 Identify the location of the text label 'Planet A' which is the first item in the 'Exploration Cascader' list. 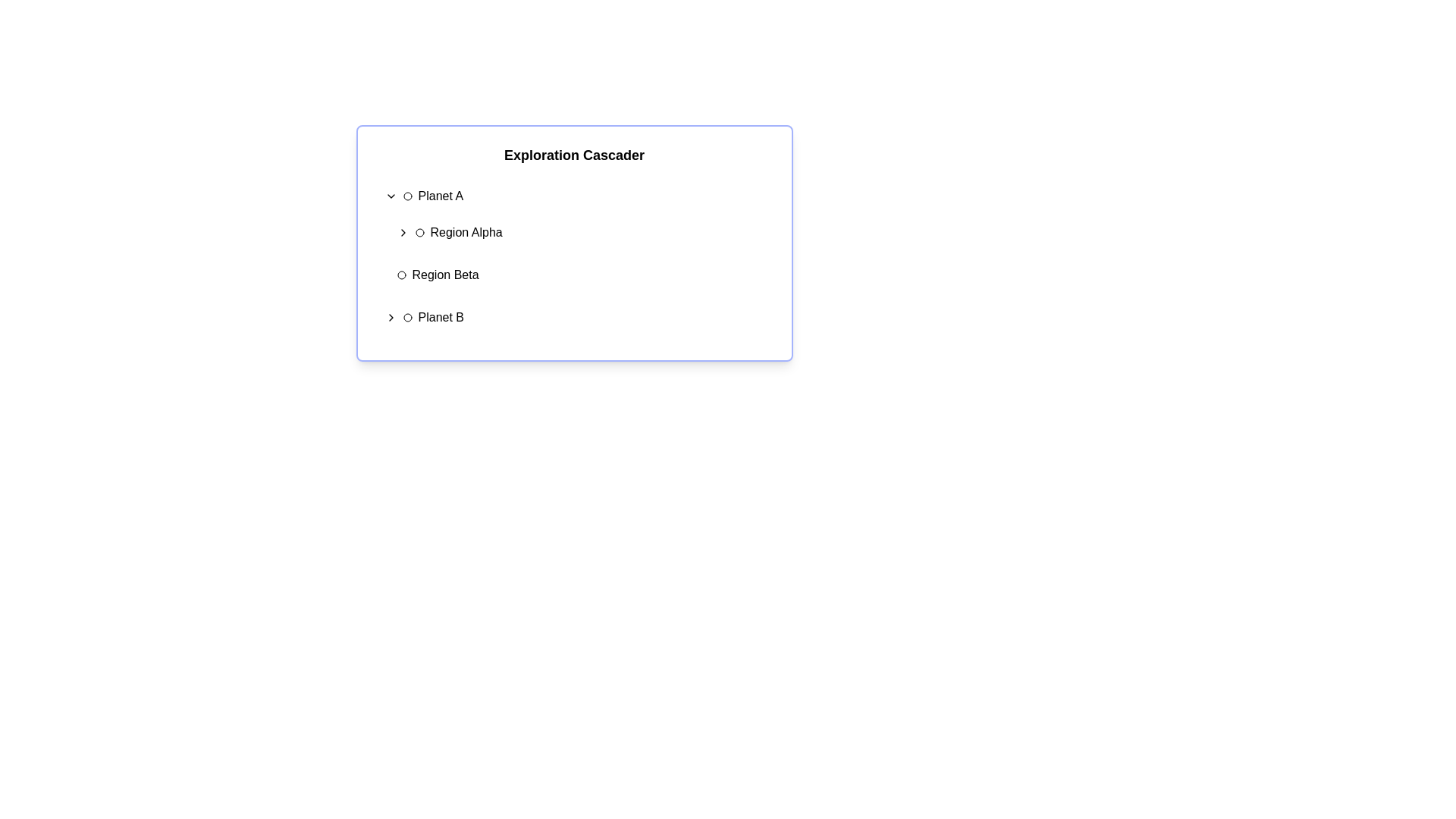
(440, 195).